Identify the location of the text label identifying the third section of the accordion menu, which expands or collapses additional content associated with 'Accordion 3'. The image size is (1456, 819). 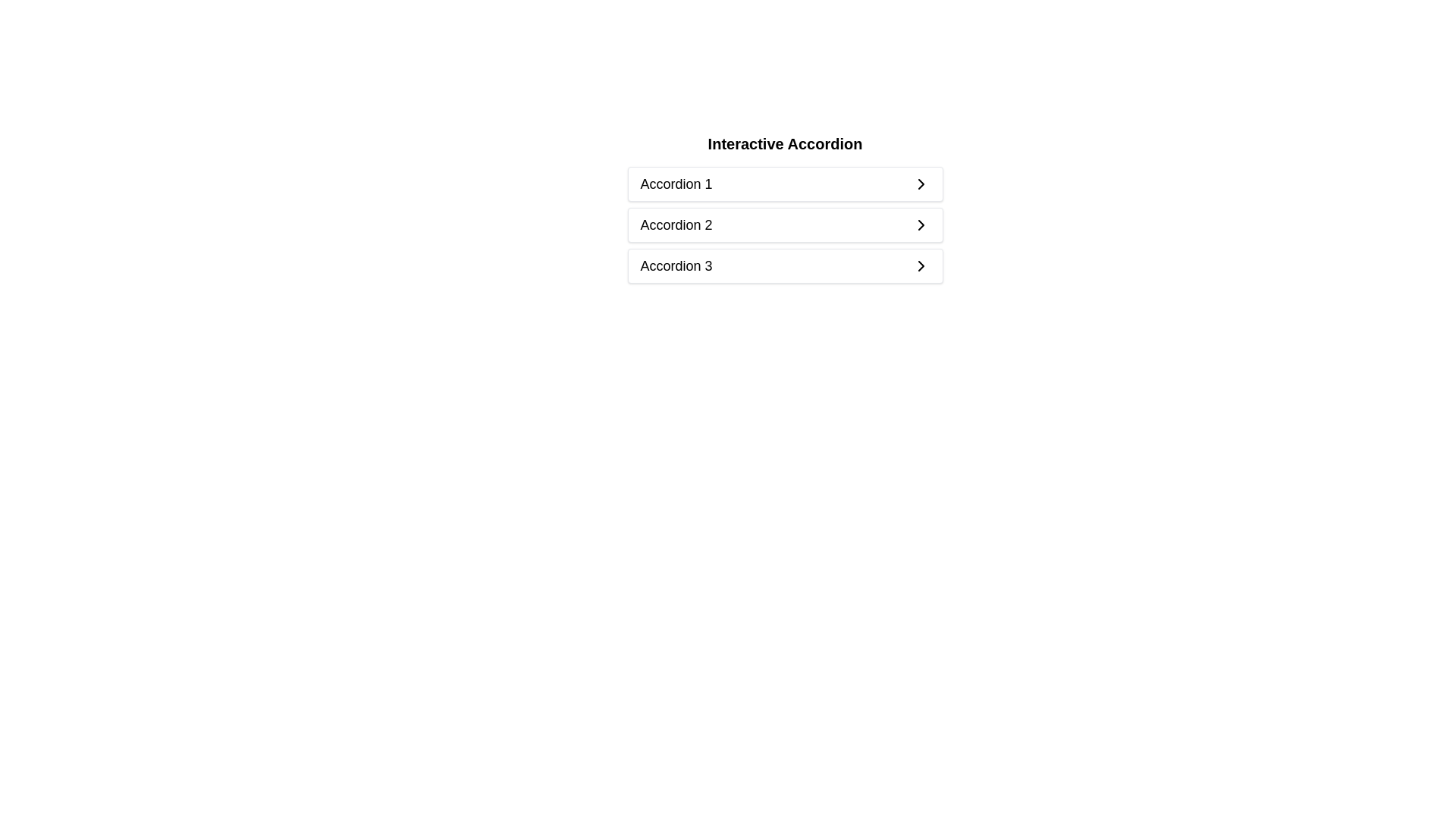
(676, 265).